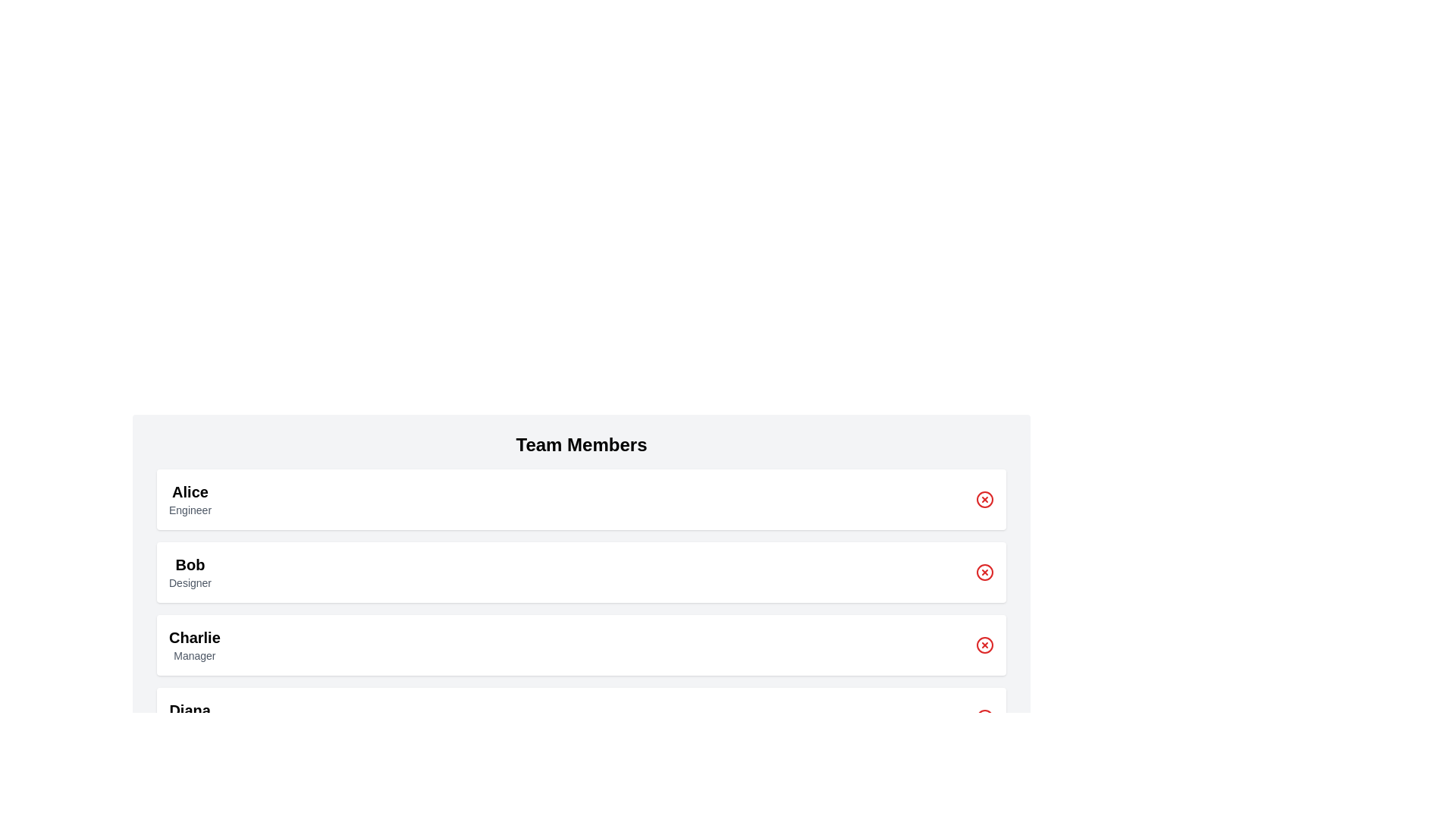  Describe the element at coordinates (189, 491) in the screenshot. I see `the text label for the team member 'Alice' which is the first entry` at that location.